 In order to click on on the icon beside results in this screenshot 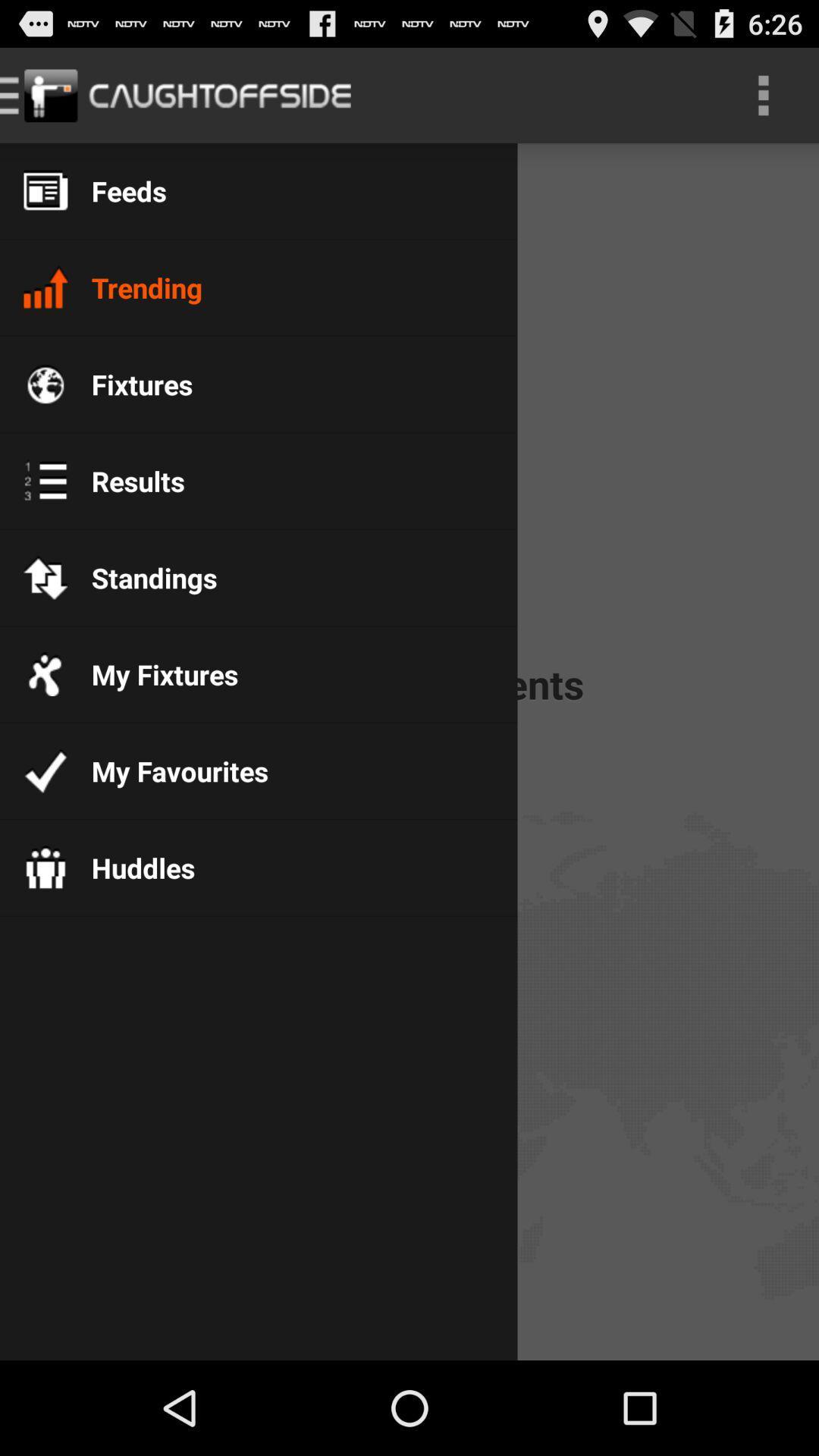, I will do `click(45, 479)`.